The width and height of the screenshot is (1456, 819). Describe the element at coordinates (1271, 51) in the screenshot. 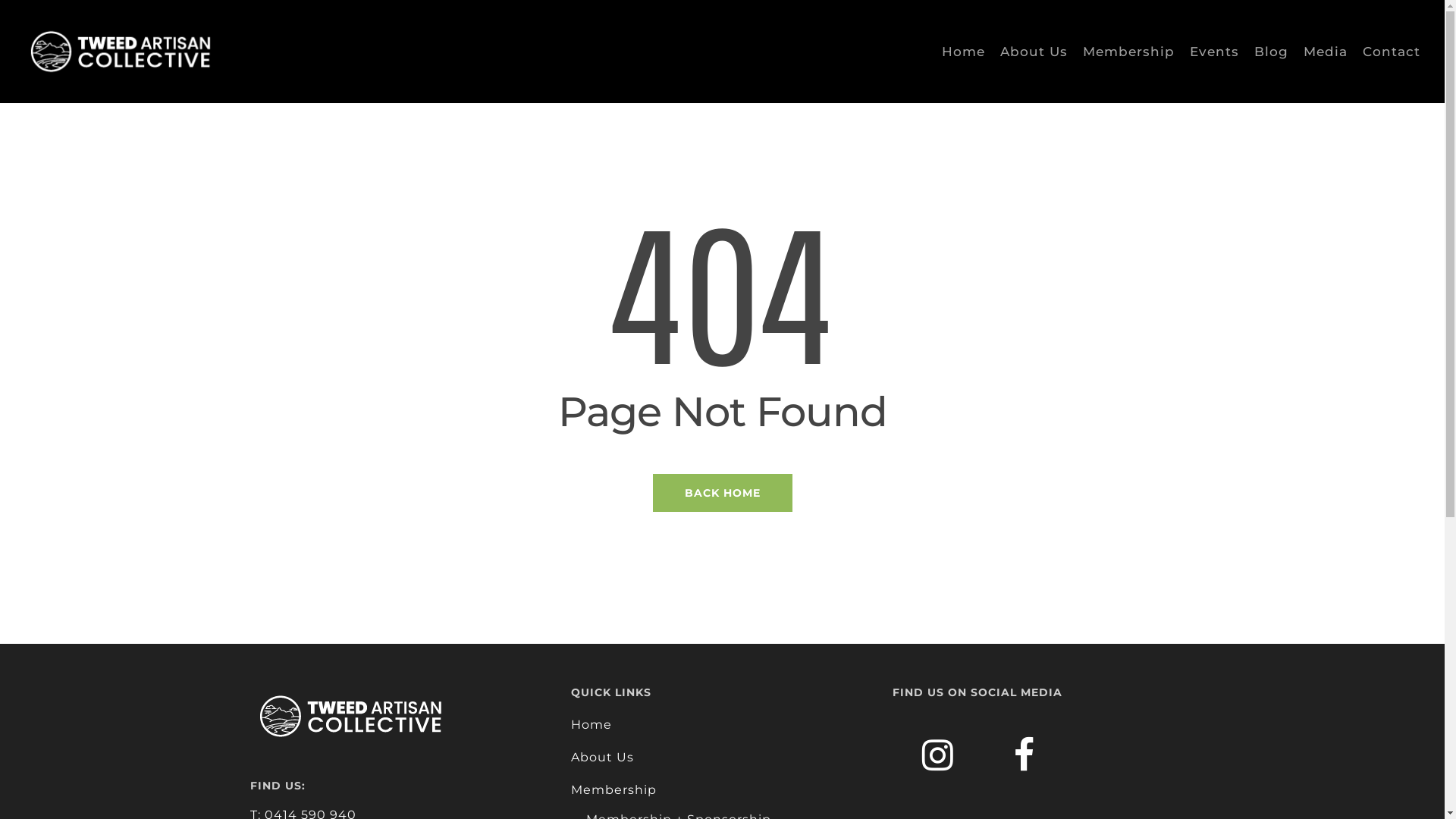

I see `'Blog'` at that location.